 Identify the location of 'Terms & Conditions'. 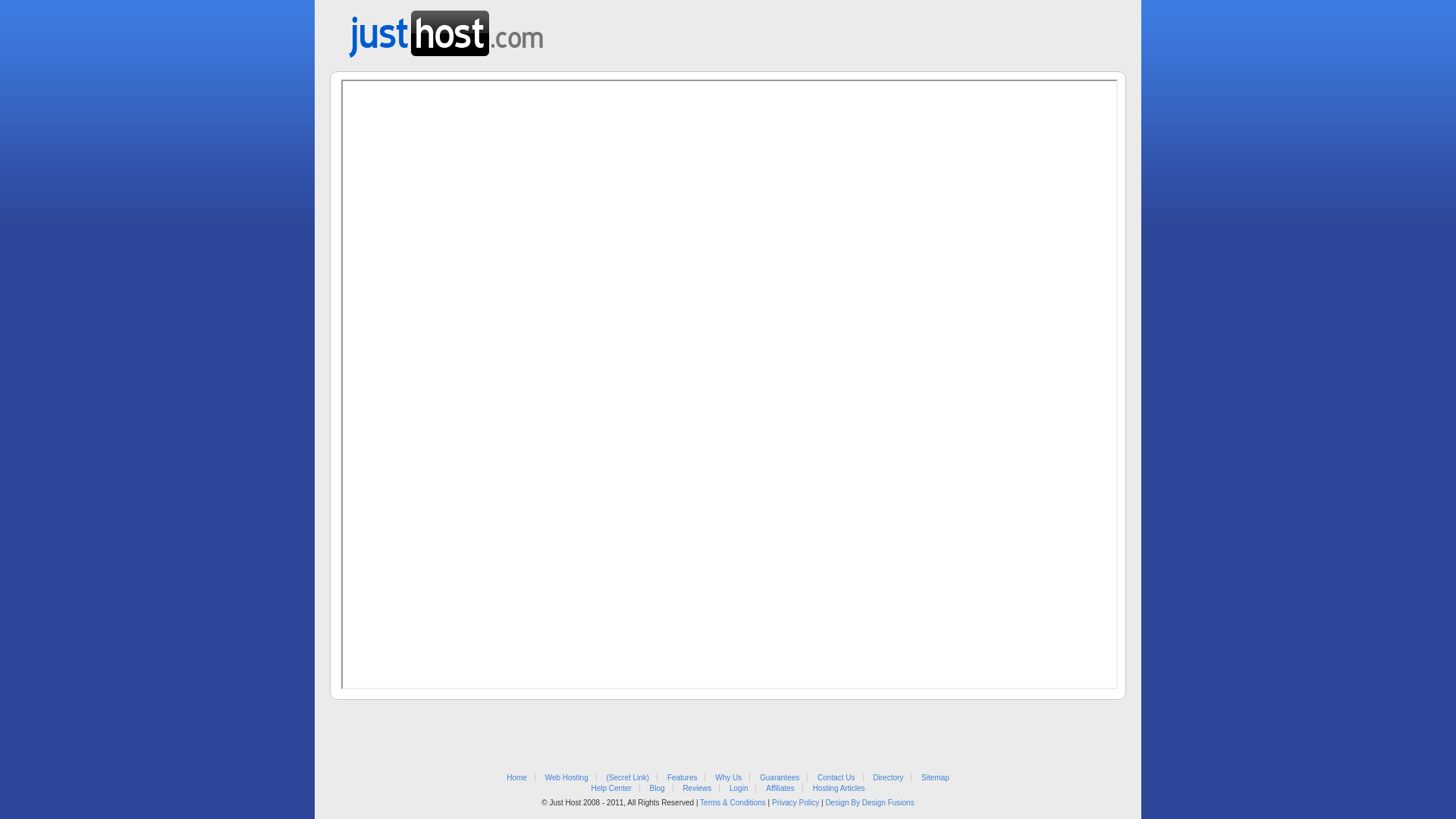
(698, 802).